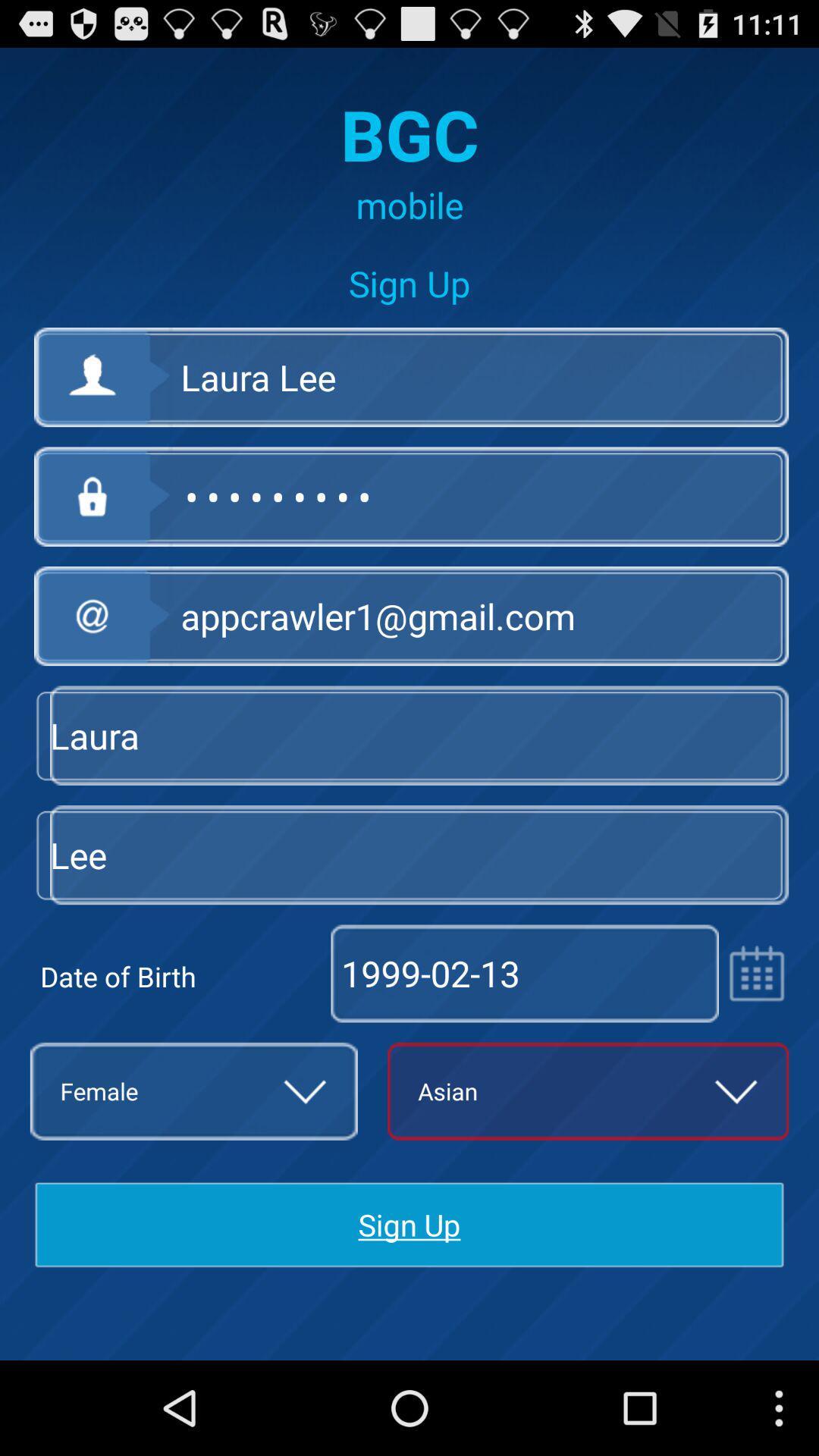 The image size is (819, 1456). I want to click on the expand_more icon, so click(736, 1167).